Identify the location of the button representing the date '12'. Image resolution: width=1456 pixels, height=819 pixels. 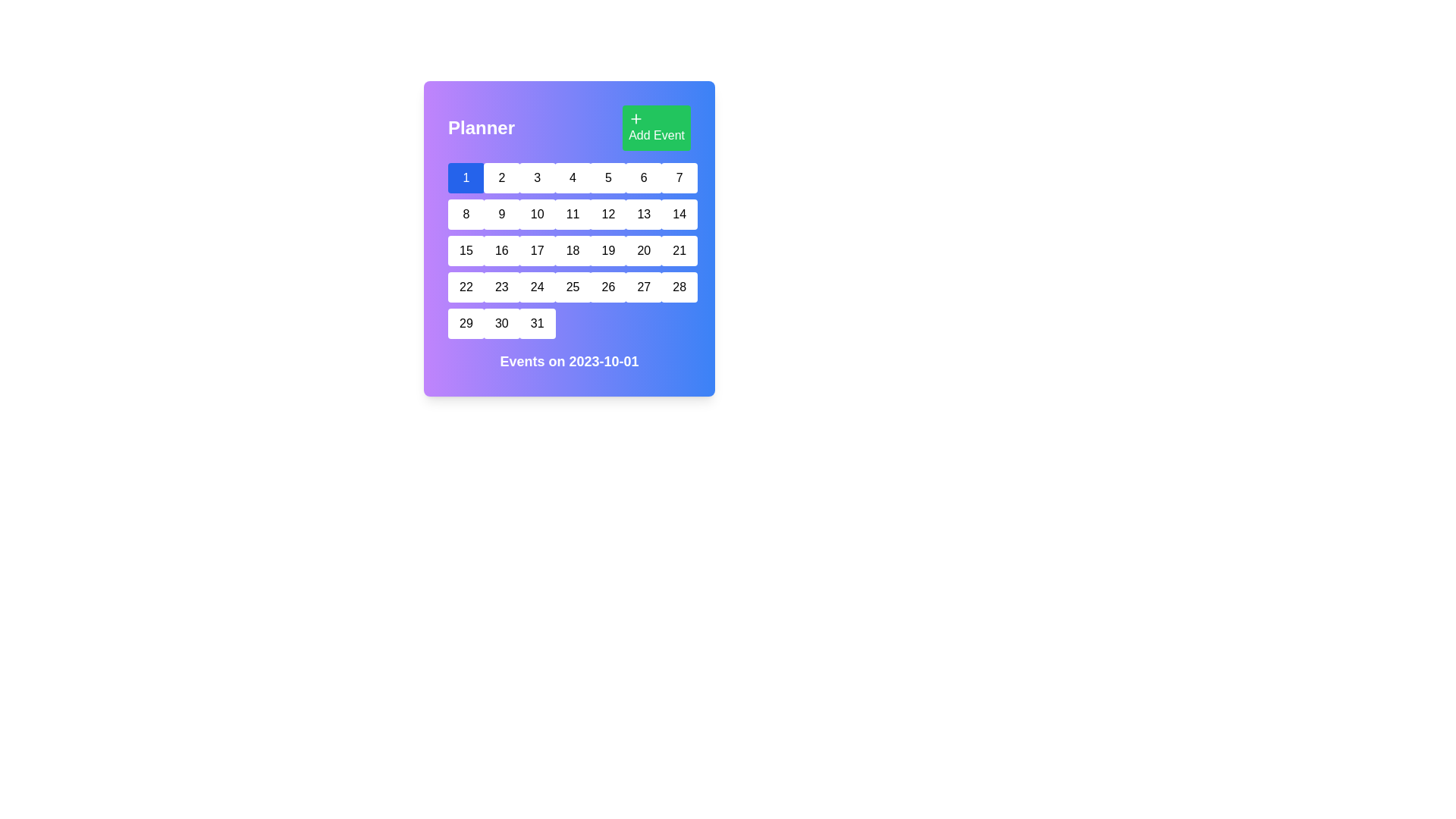
(608, 214).